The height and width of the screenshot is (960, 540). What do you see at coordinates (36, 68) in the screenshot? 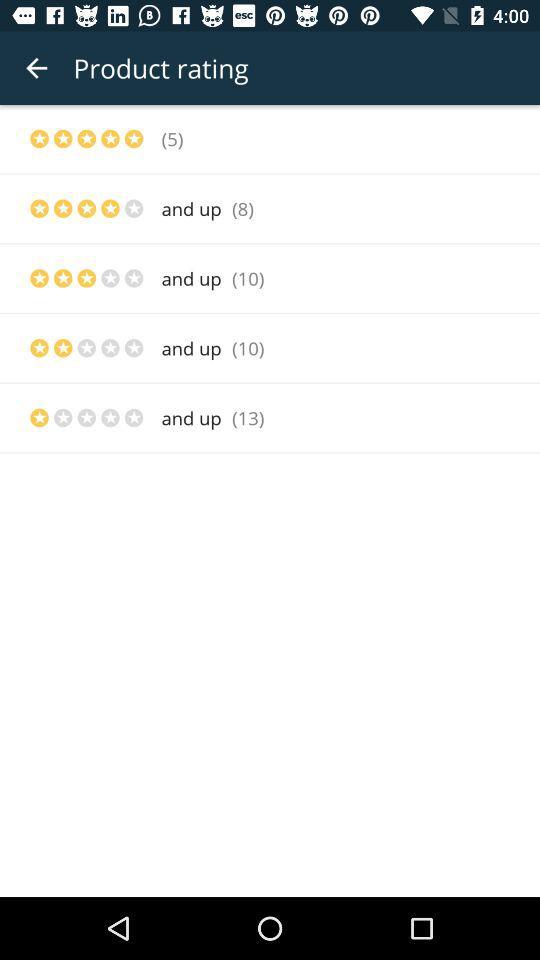
I see `the icon next to the product rating item` at bounding box center [36, 68].